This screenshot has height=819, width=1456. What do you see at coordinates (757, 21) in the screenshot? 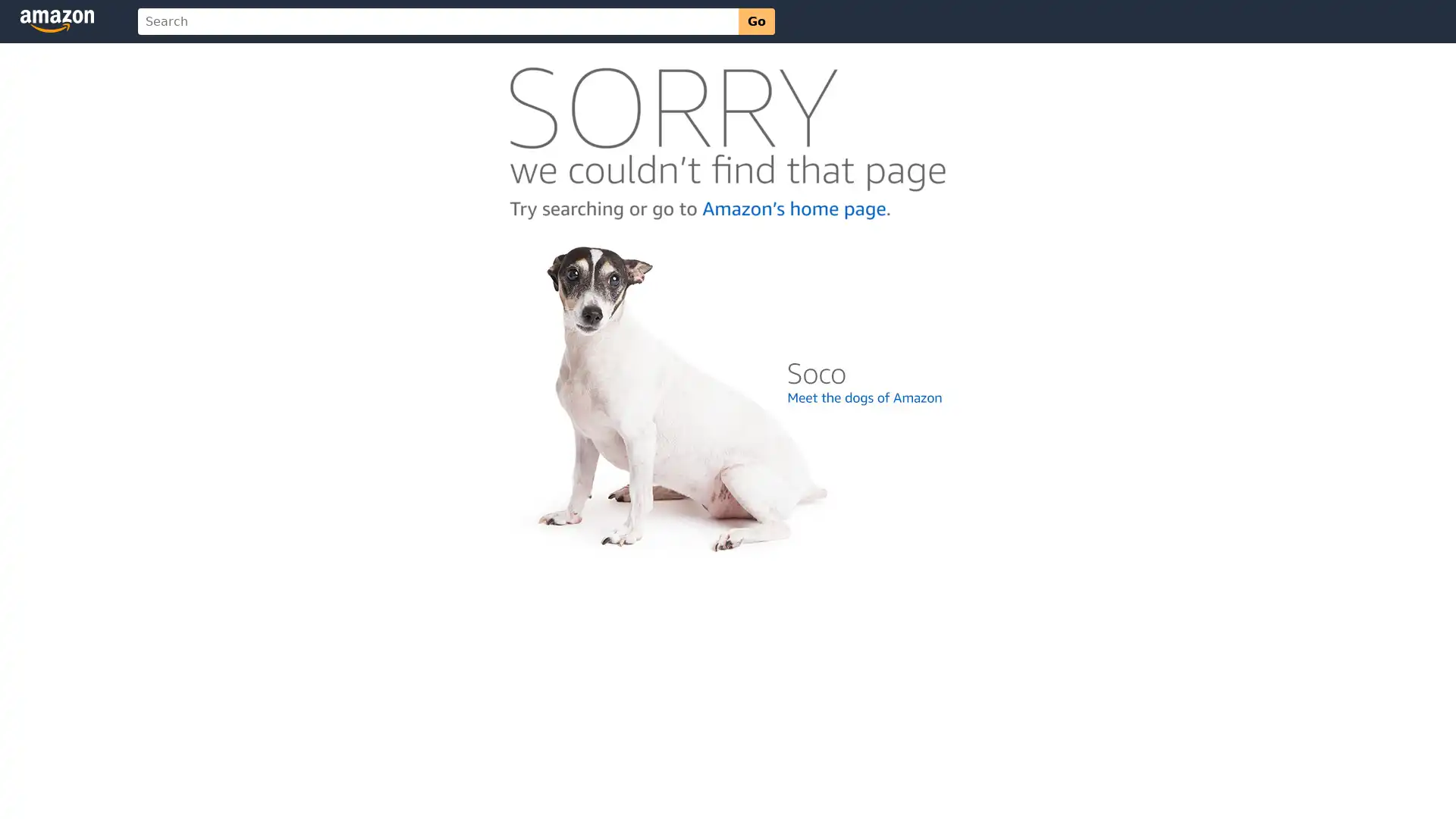
I see `Go` at bounding box center [757, 21].